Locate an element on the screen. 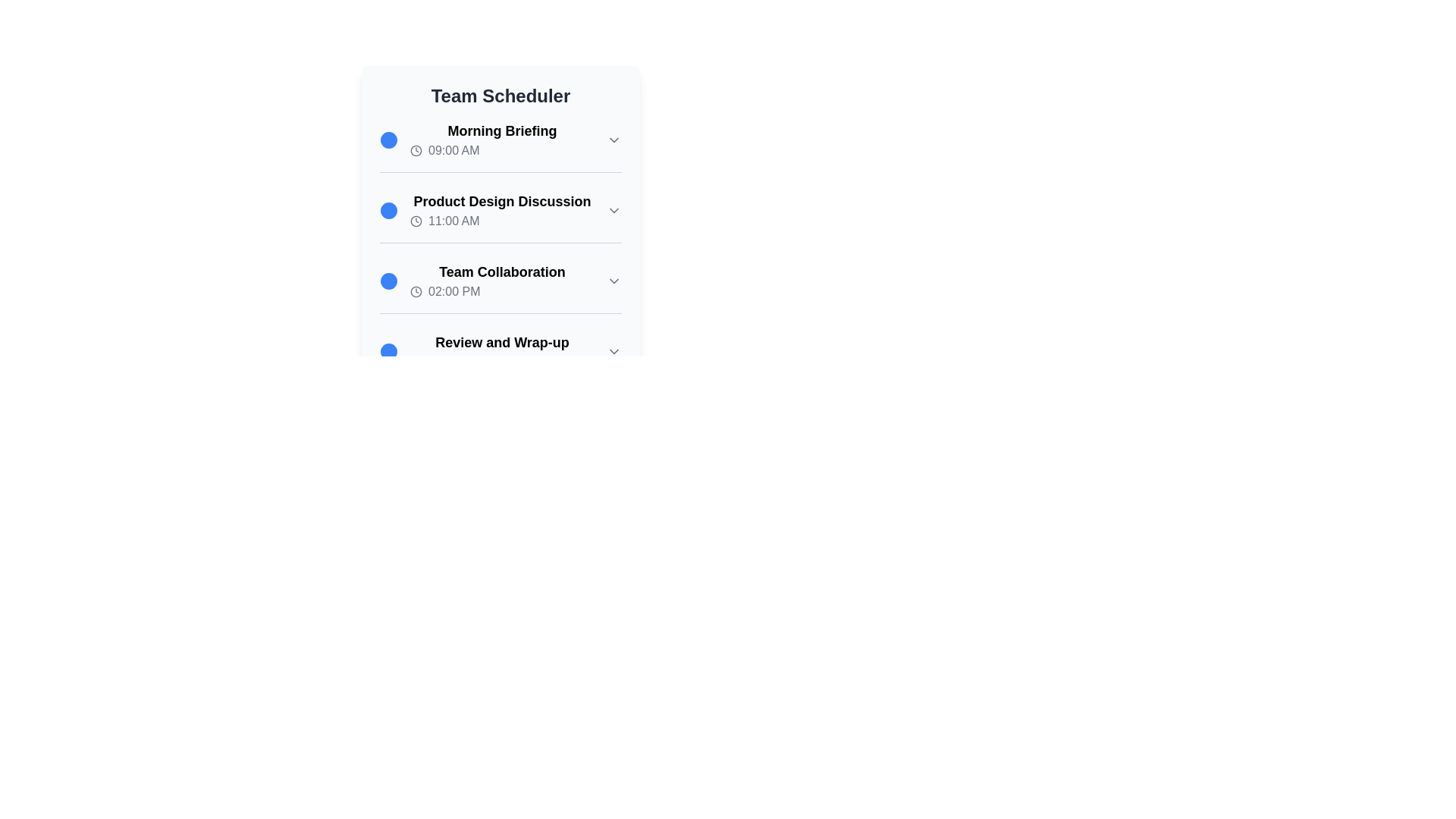 Image resolution: width=1456 pixels, height=819 pixels. the circular clock icon located to the left of the text '09:00 AM' and below the label 'Morning Briefing' is located at coordinates (416, 151).